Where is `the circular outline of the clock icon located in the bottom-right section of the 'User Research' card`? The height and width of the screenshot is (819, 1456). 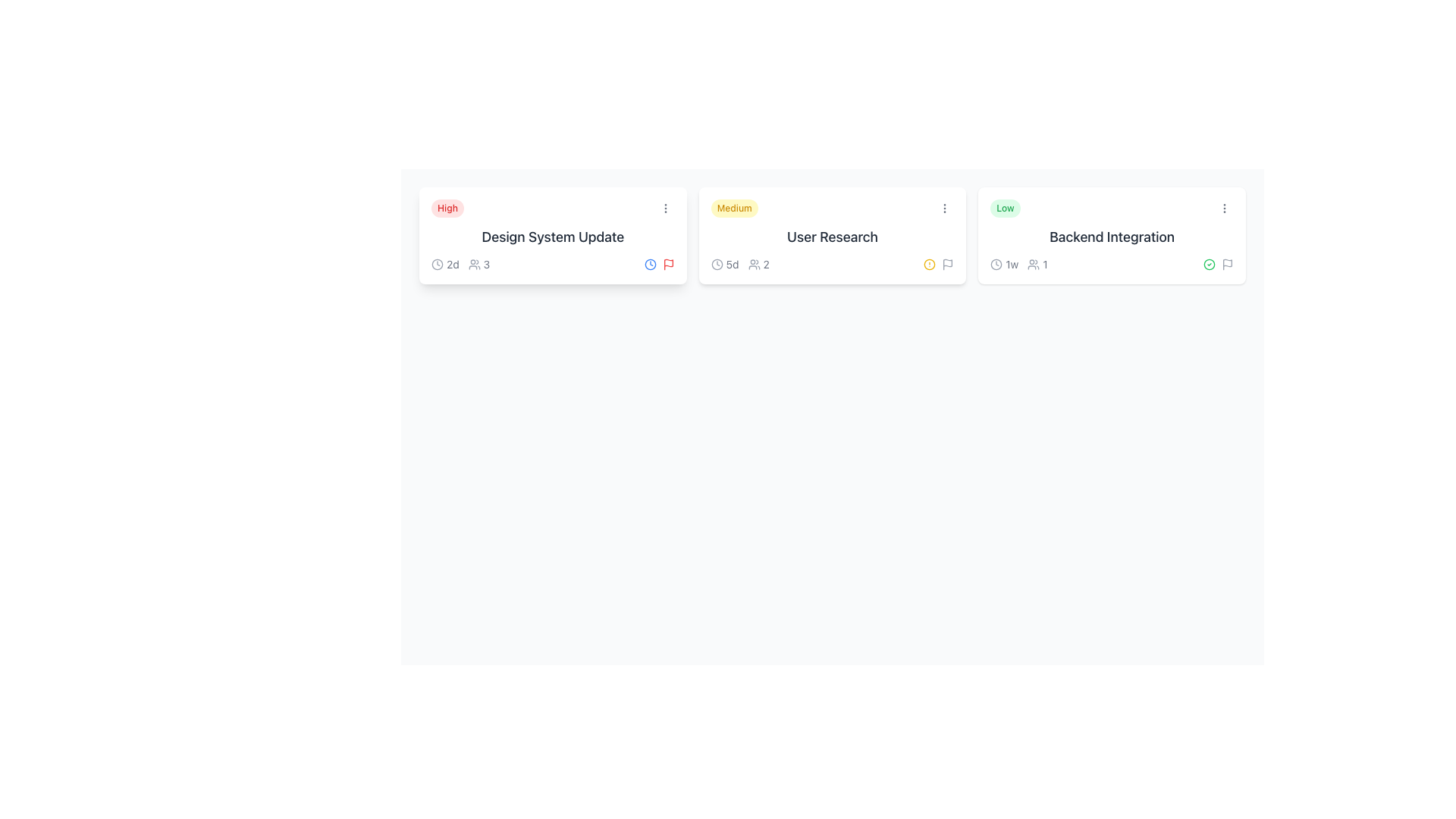
the circular outline of the clock icon located in the bottom-right section of the 'User Research' card is located at coordinates (716, 263).